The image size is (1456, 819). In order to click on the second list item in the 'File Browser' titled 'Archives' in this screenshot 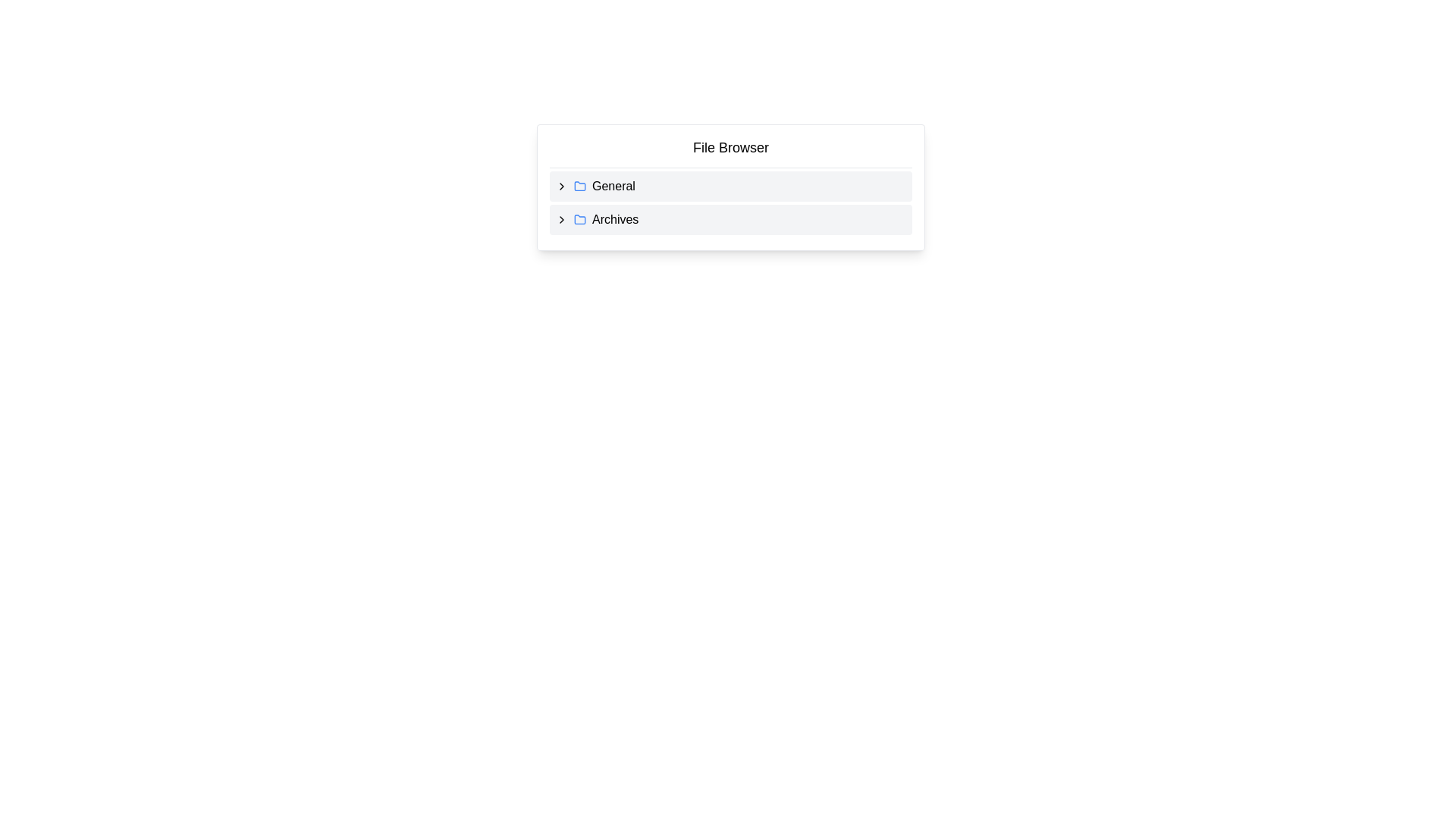, I will do `click(731, 219)`.